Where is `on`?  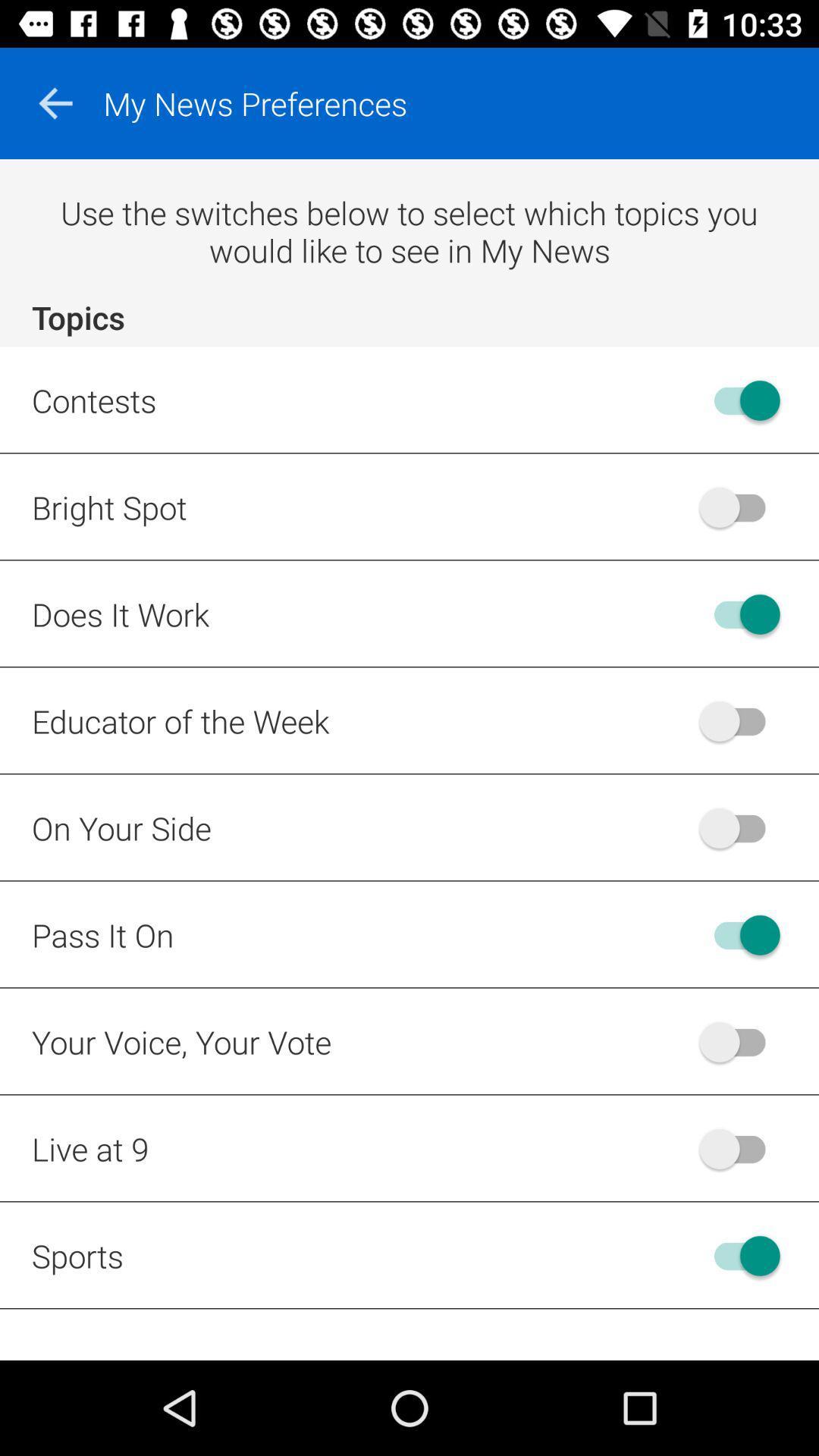 on is located at coordinates (739, 1256).